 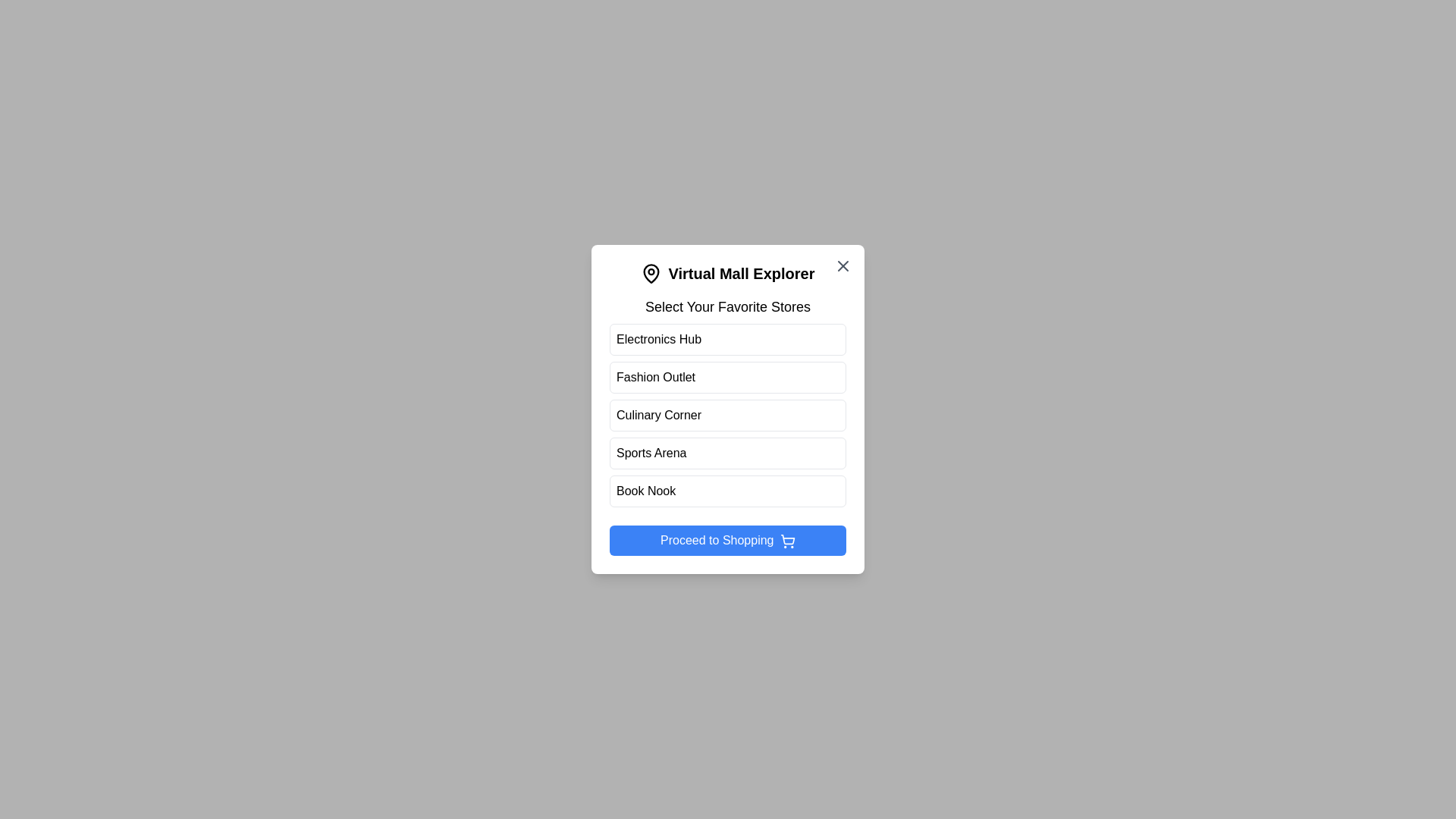 What do you see at coordinates (728, 307) in the screenshot?
I see `instructional text located directly below the title 'Virtual Mall Explorer' and above the list of store options` at bounding box center [728, 307].